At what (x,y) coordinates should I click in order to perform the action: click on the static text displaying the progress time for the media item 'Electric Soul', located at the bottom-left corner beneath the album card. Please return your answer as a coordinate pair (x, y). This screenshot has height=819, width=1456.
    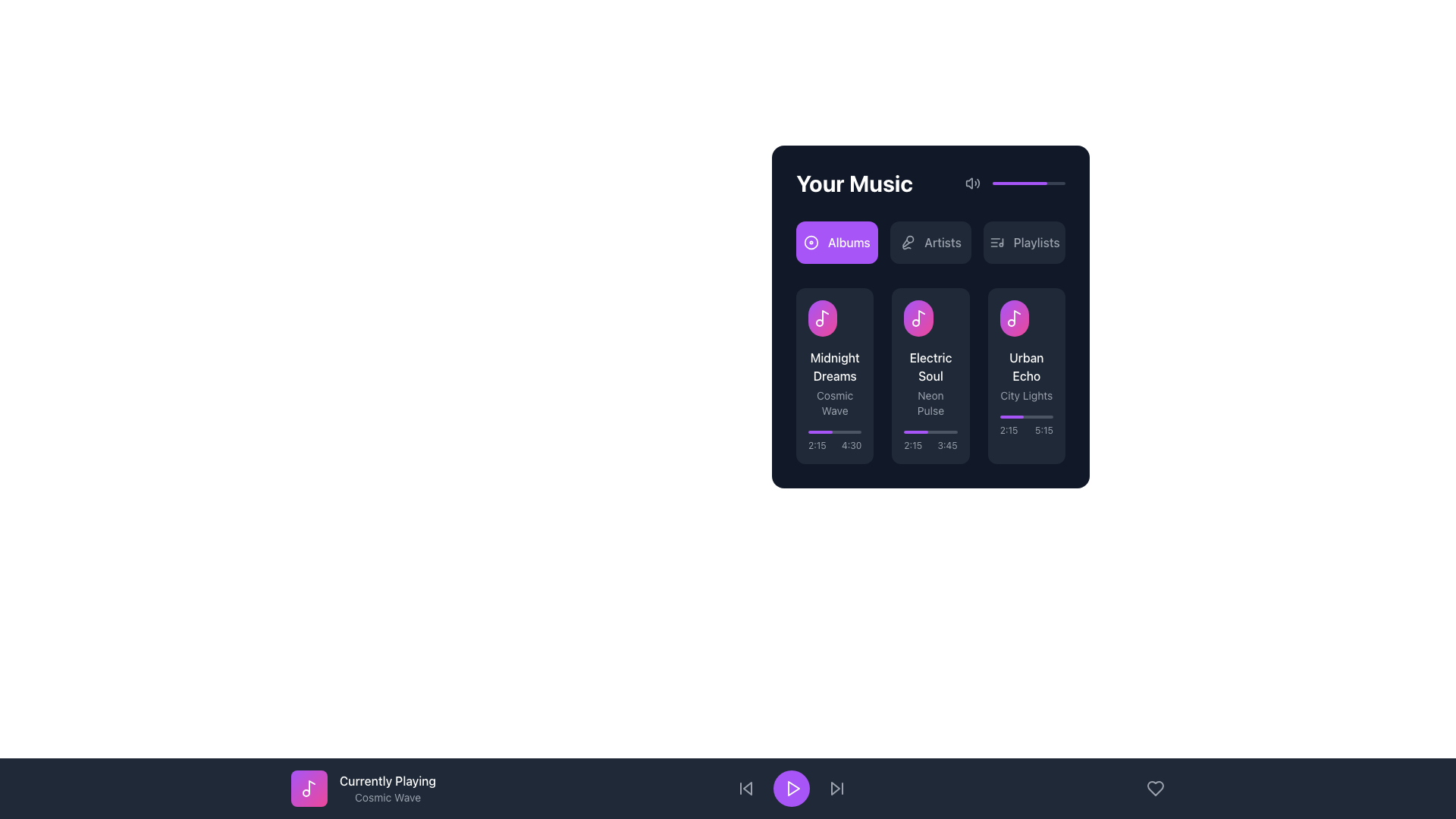
    Looking at the image, I should click on (912, 444).